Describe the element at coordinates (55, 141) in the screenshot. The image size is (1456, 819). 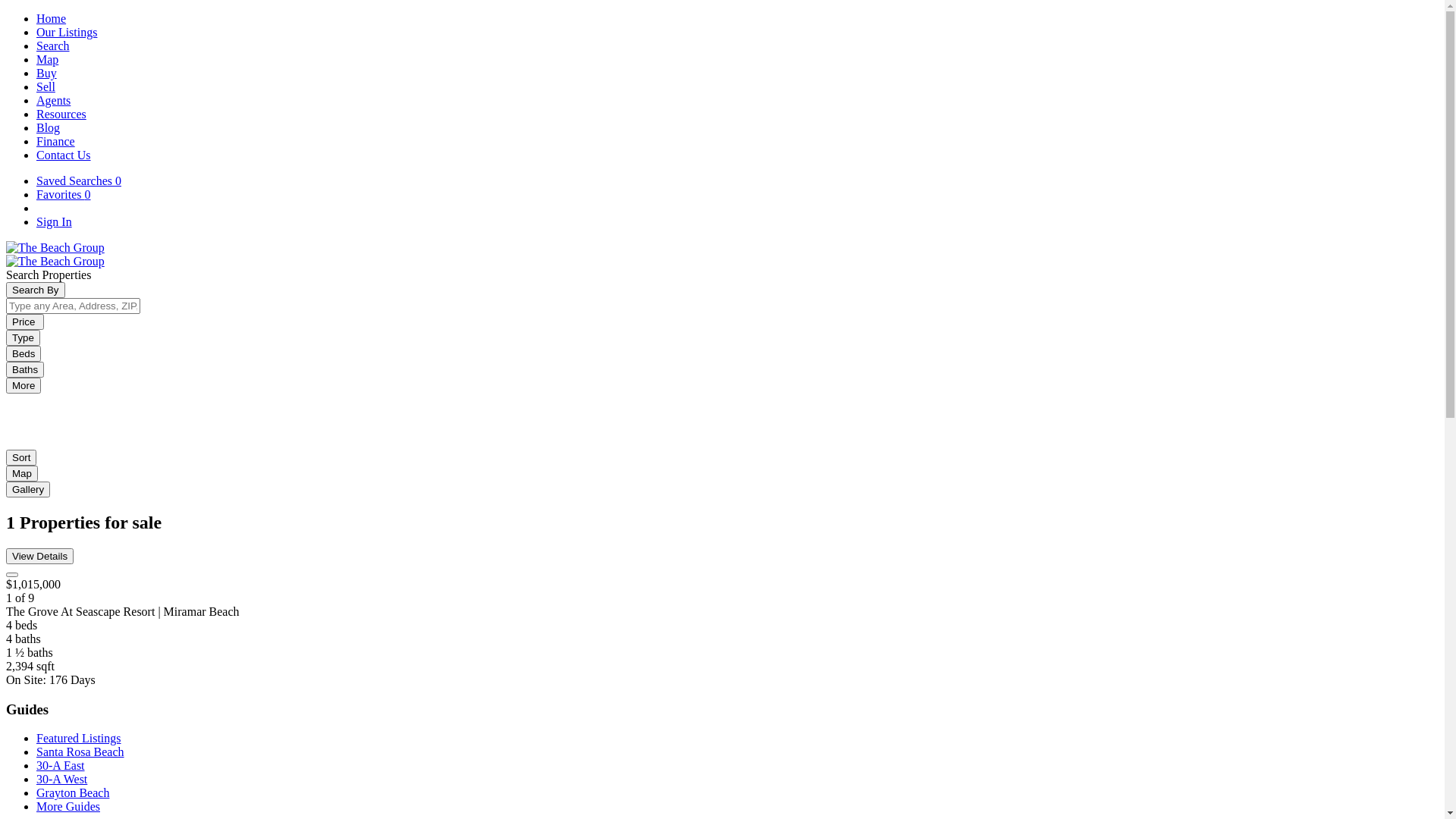
I see `'Finance'` at that location.